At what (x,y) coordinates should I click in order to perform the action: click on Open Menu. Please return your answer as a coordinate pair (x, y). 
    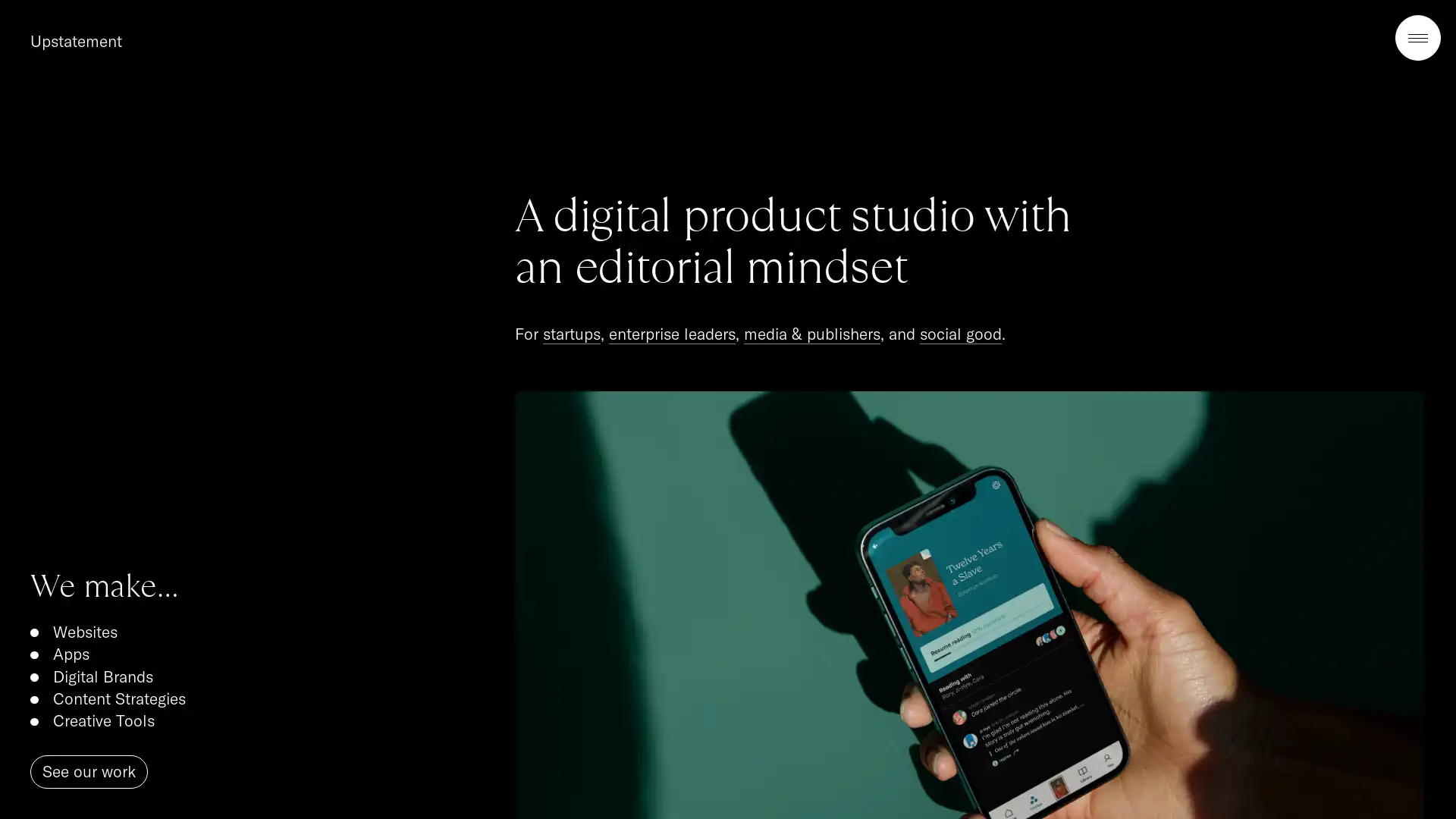
    Looking at the image, I should click on (1417, 37).